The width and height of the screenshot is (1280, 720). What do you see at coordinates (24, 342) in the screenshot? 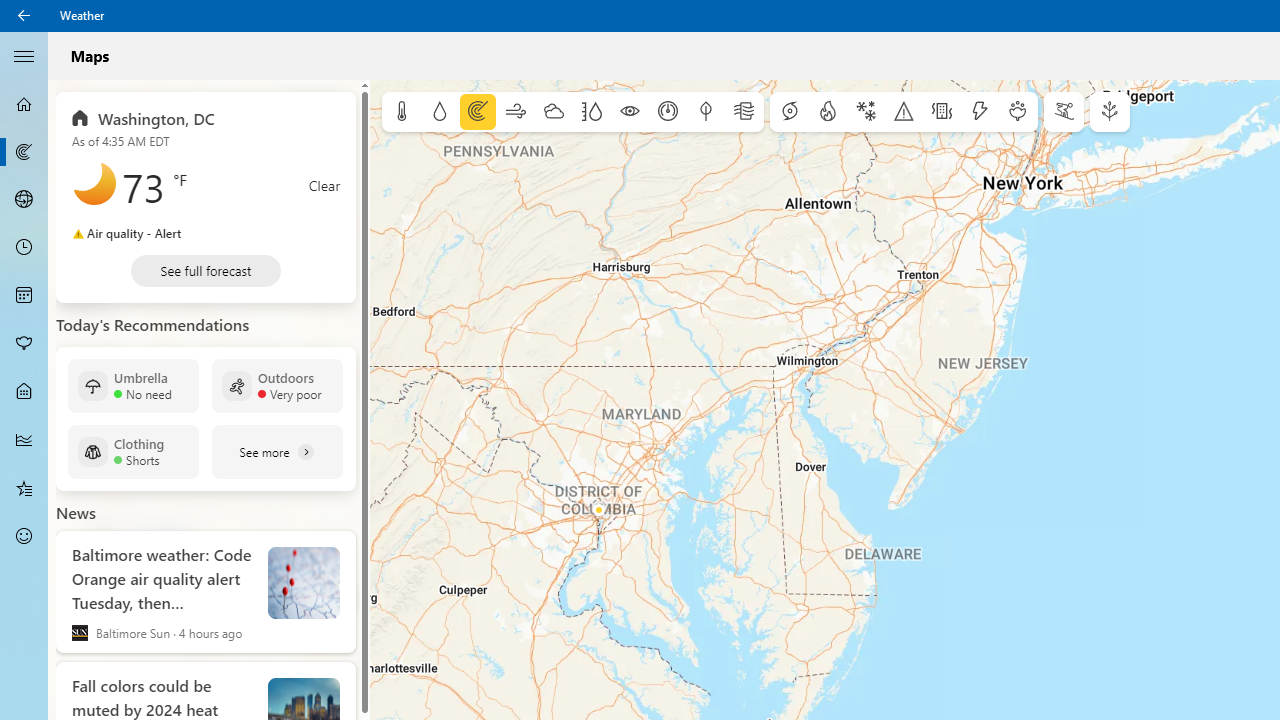
I see `'Pollen - Not Selected'` at bounding box center [24, 342].